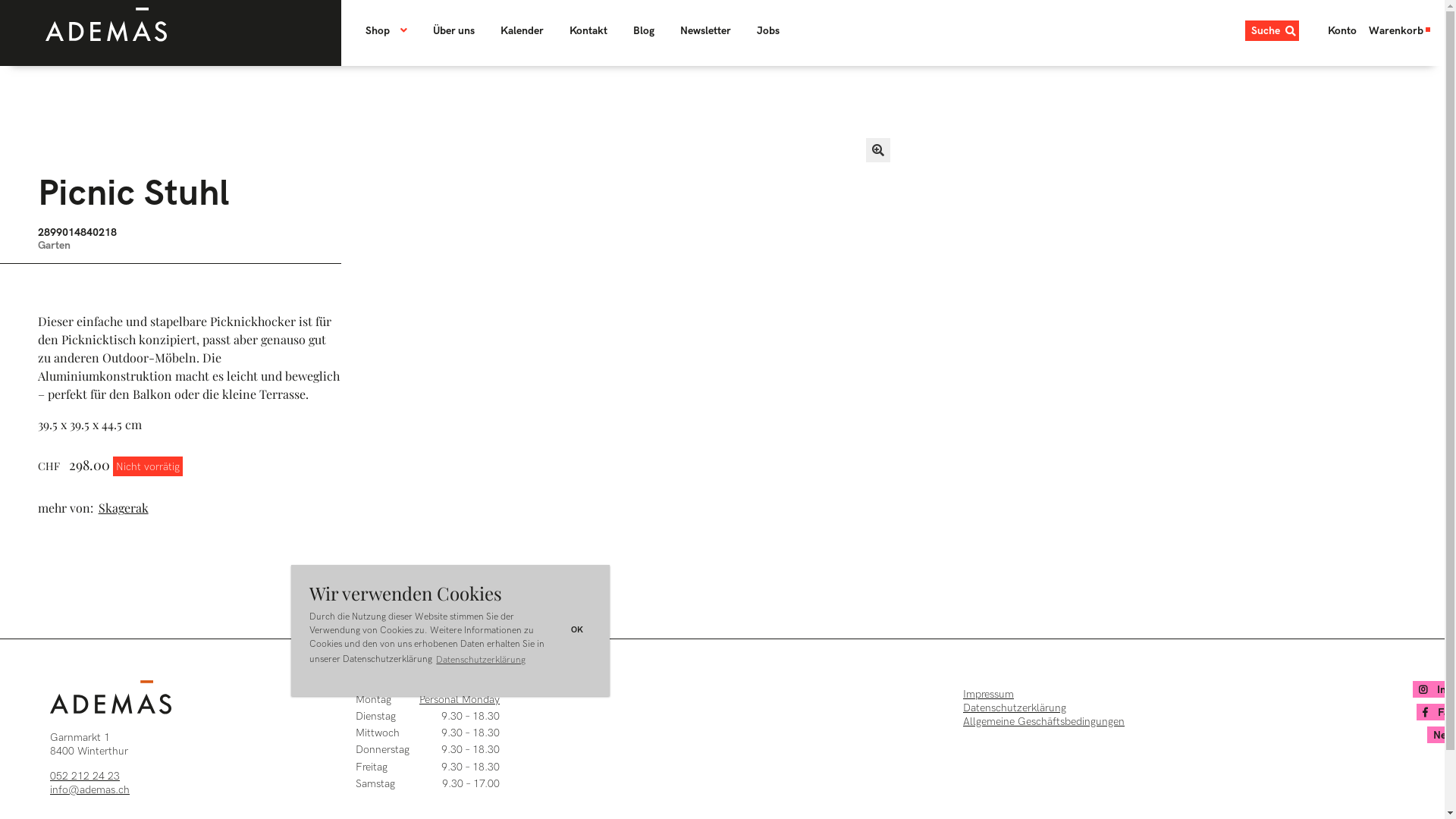  Describe the element at coordinates (1400, 30) in the screenshot. I see `'Warenkorb'` at that location.